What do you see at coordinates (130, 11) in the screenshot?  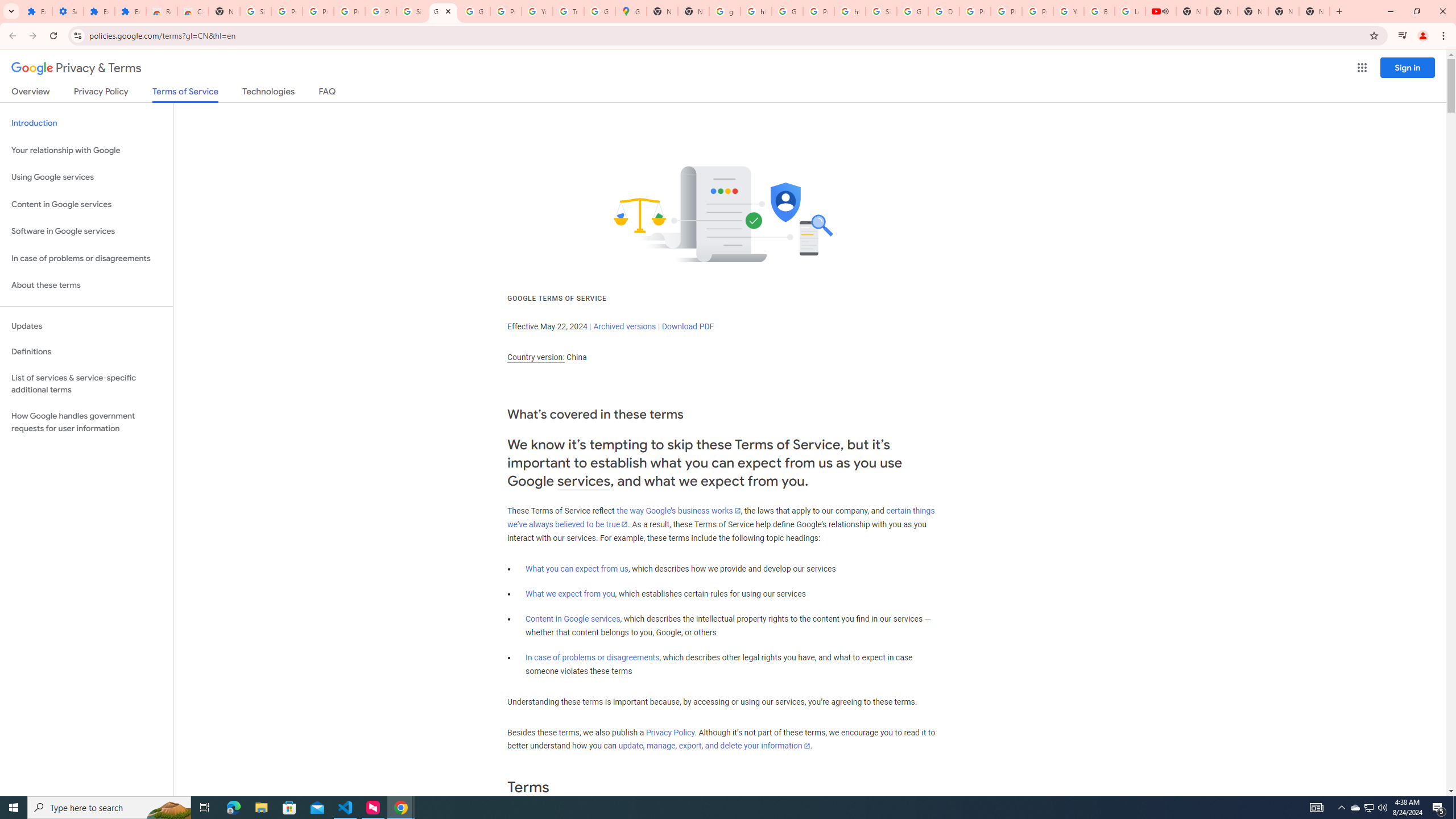 I see `'Extensions'` at bounding box center [130, 11].